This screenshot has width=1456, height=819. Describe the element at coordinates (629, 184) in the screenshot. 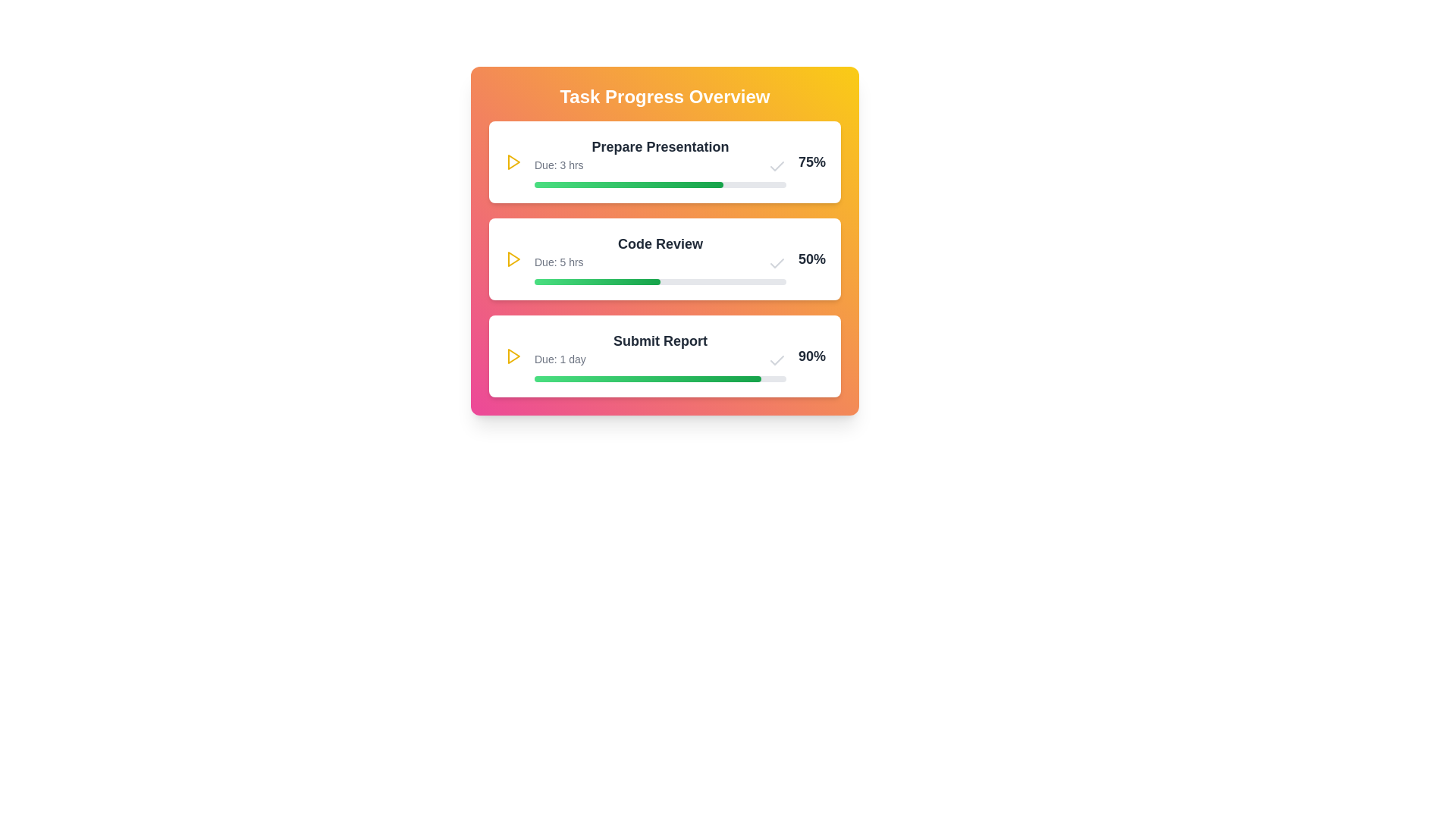

I see `progress bar that visually represents the completion progress of the task 'Prepare Presentation', located below the task title and to the left of the '75%' progress indicator` at that location.